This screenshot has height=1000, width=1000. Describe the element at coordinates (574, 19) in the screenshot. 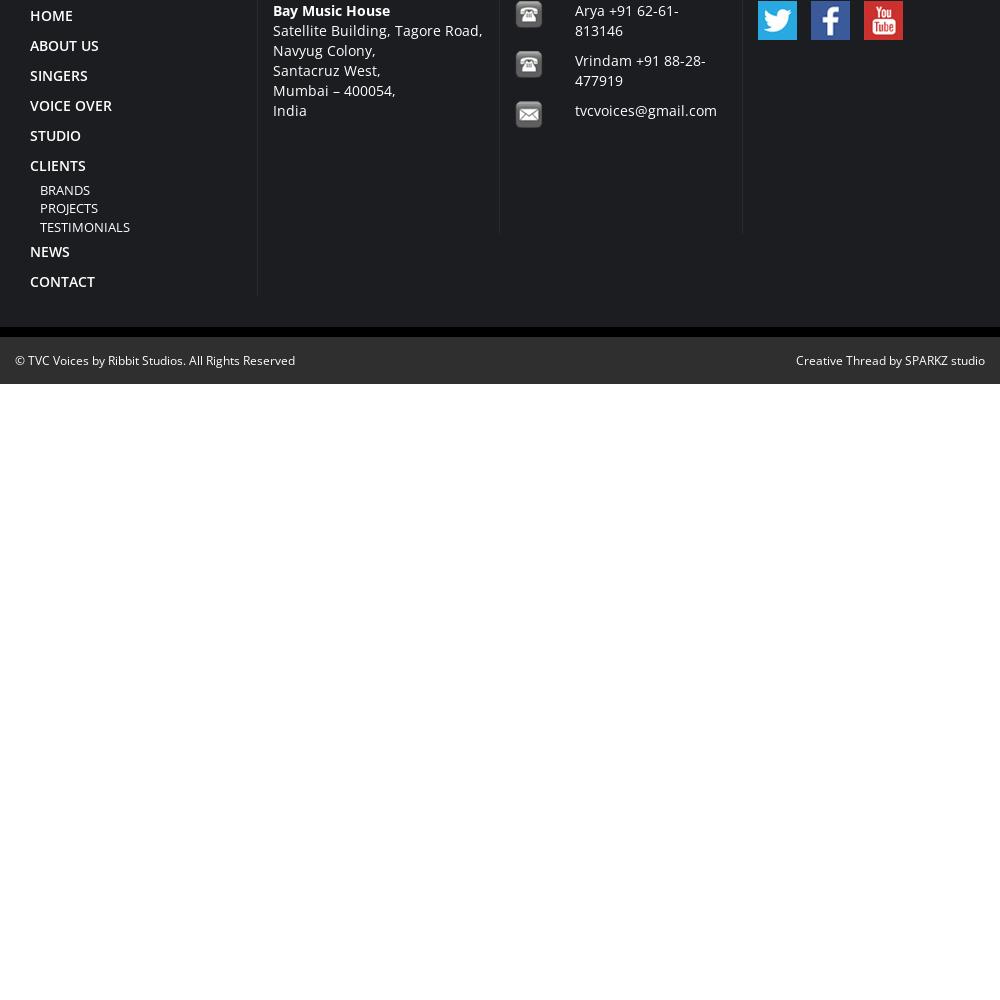

I see `'Arya +91 62-61-813146'` at that location.